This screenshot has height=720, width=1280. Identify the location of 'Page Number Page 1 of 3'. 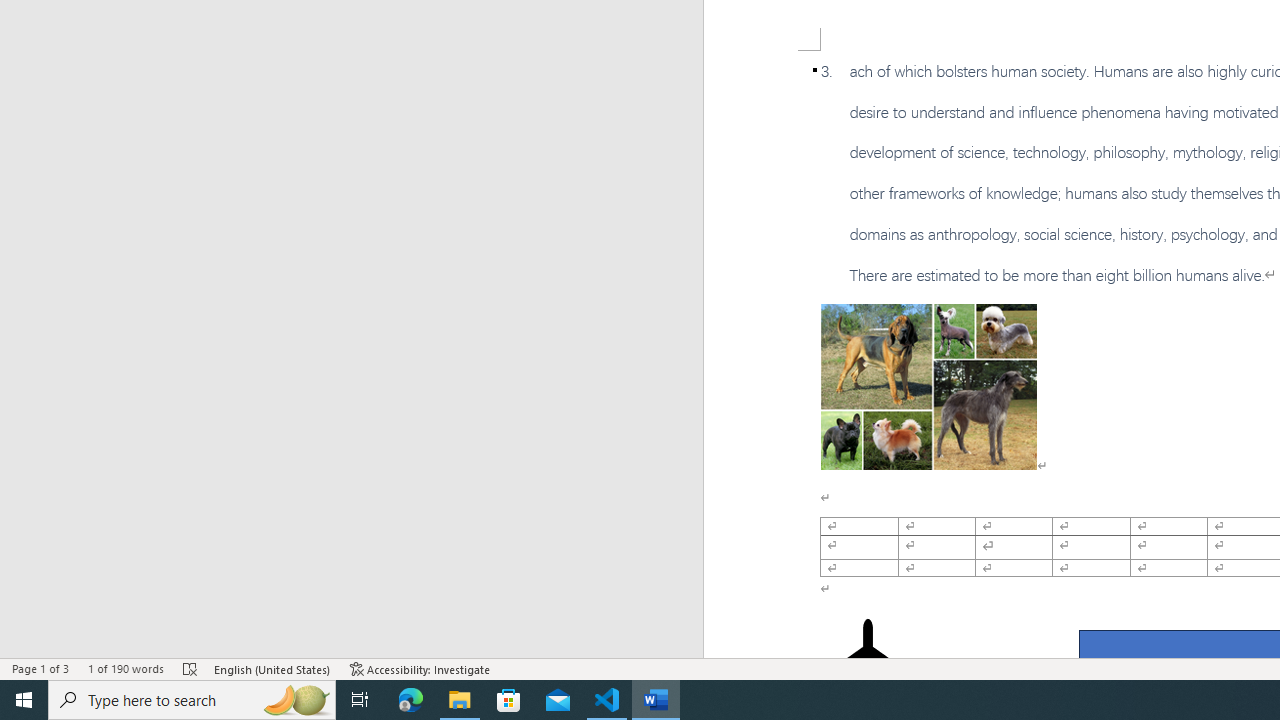
(40, 669).